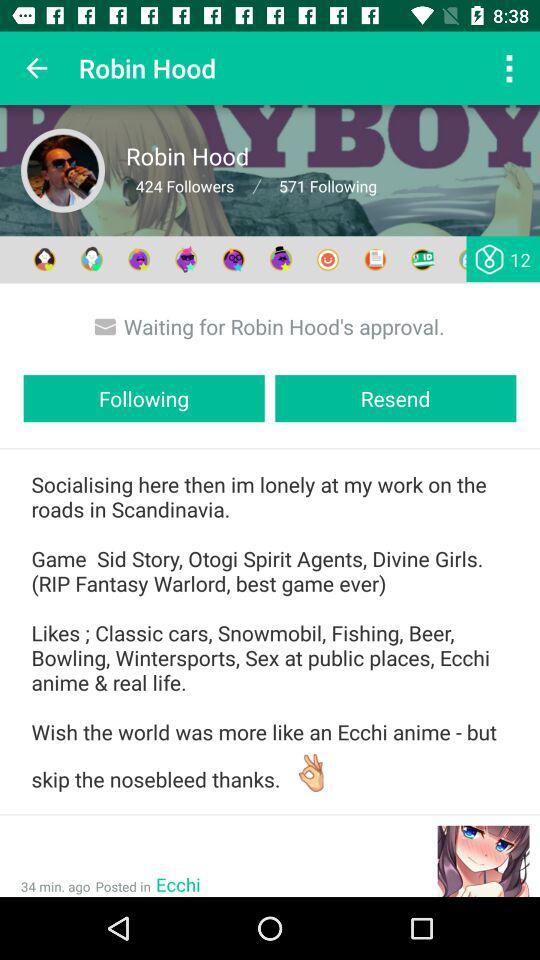 The width and height of the screenshot is (540, 960). I want to click on the eight emoji which is below the image, so click(375, 258).